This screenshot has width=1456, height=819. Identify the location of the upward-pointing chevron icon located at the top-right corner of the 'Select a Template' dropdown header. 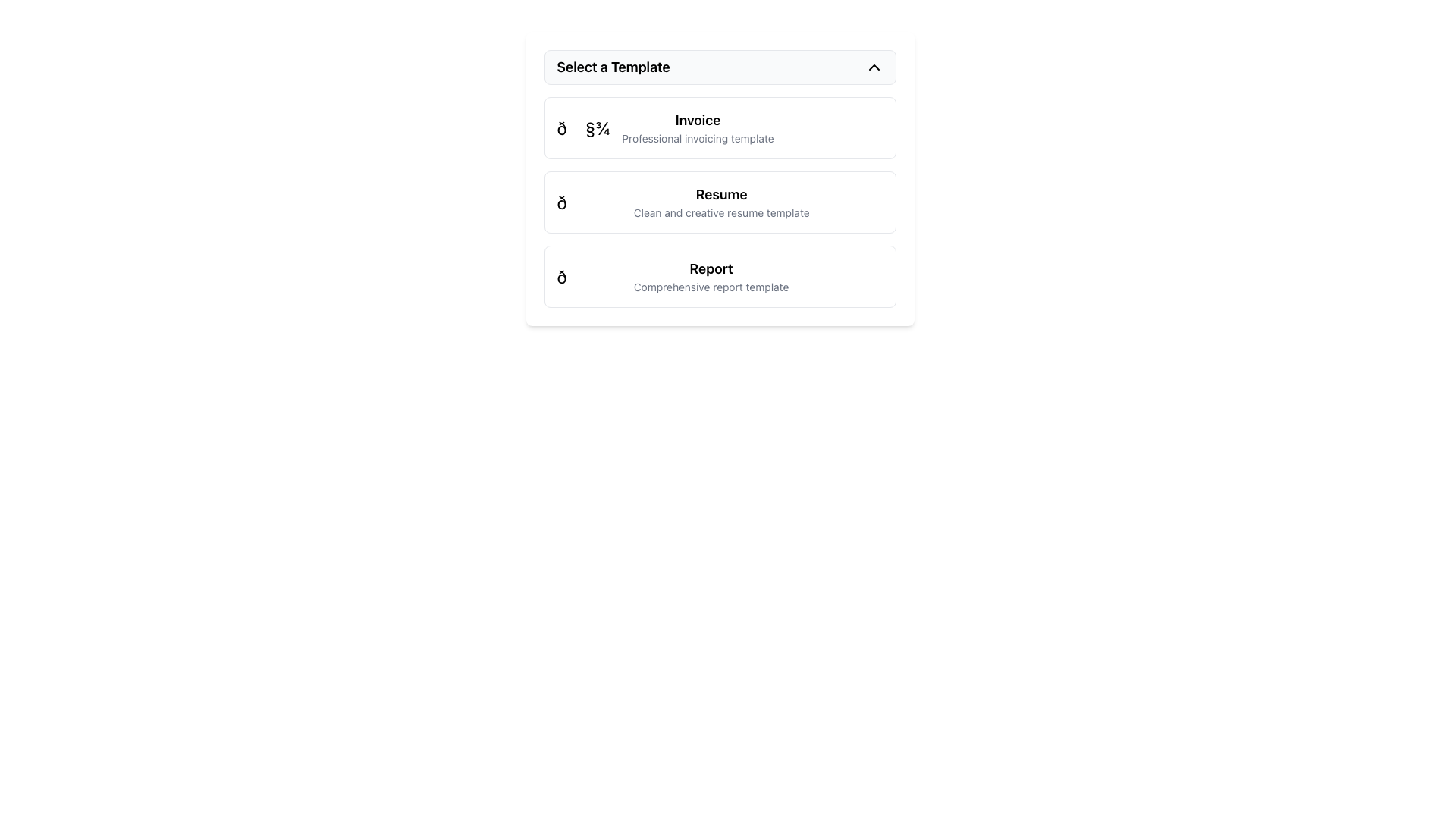
(874, 66).